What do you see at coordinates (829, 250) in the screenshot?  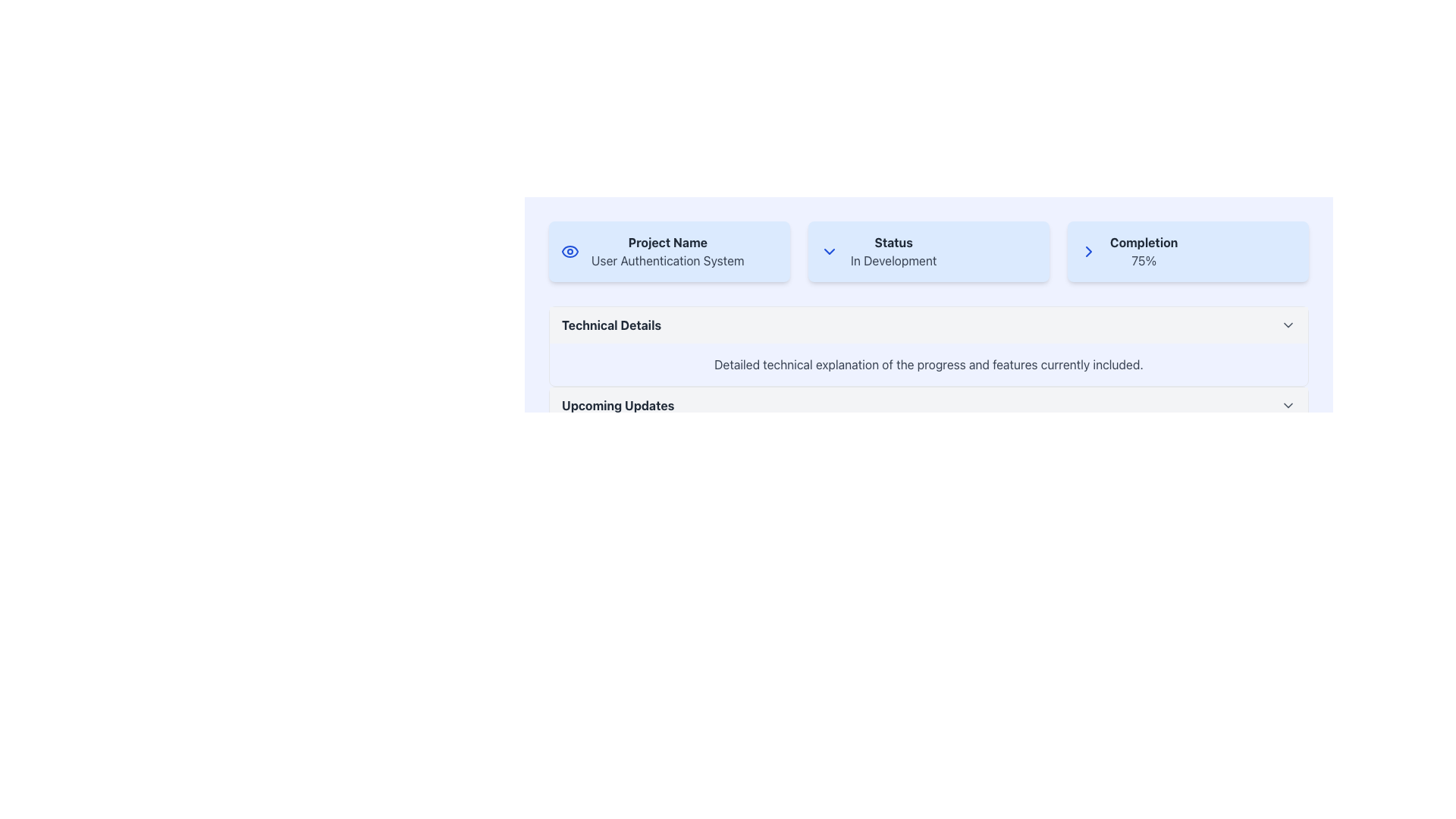 I see `the dropdown toggle icon located at the top-left corner of the section preceding the 'Status' and 'In Development' text` at bounding box center [829, 250].